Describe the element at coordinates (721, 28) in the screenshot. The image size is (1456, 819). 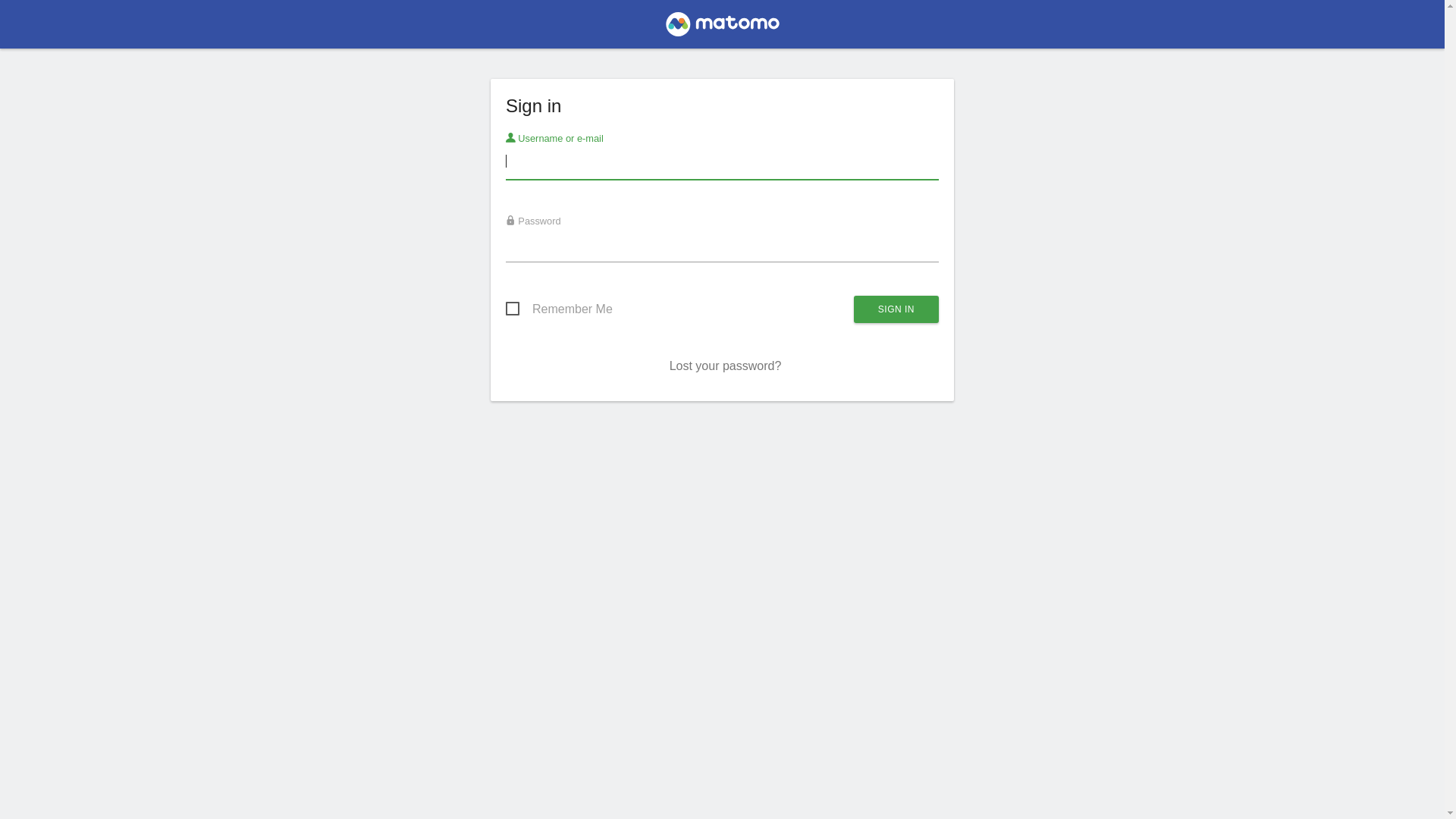
I see `'Matomo # free/libre analytics platform'` at that location.